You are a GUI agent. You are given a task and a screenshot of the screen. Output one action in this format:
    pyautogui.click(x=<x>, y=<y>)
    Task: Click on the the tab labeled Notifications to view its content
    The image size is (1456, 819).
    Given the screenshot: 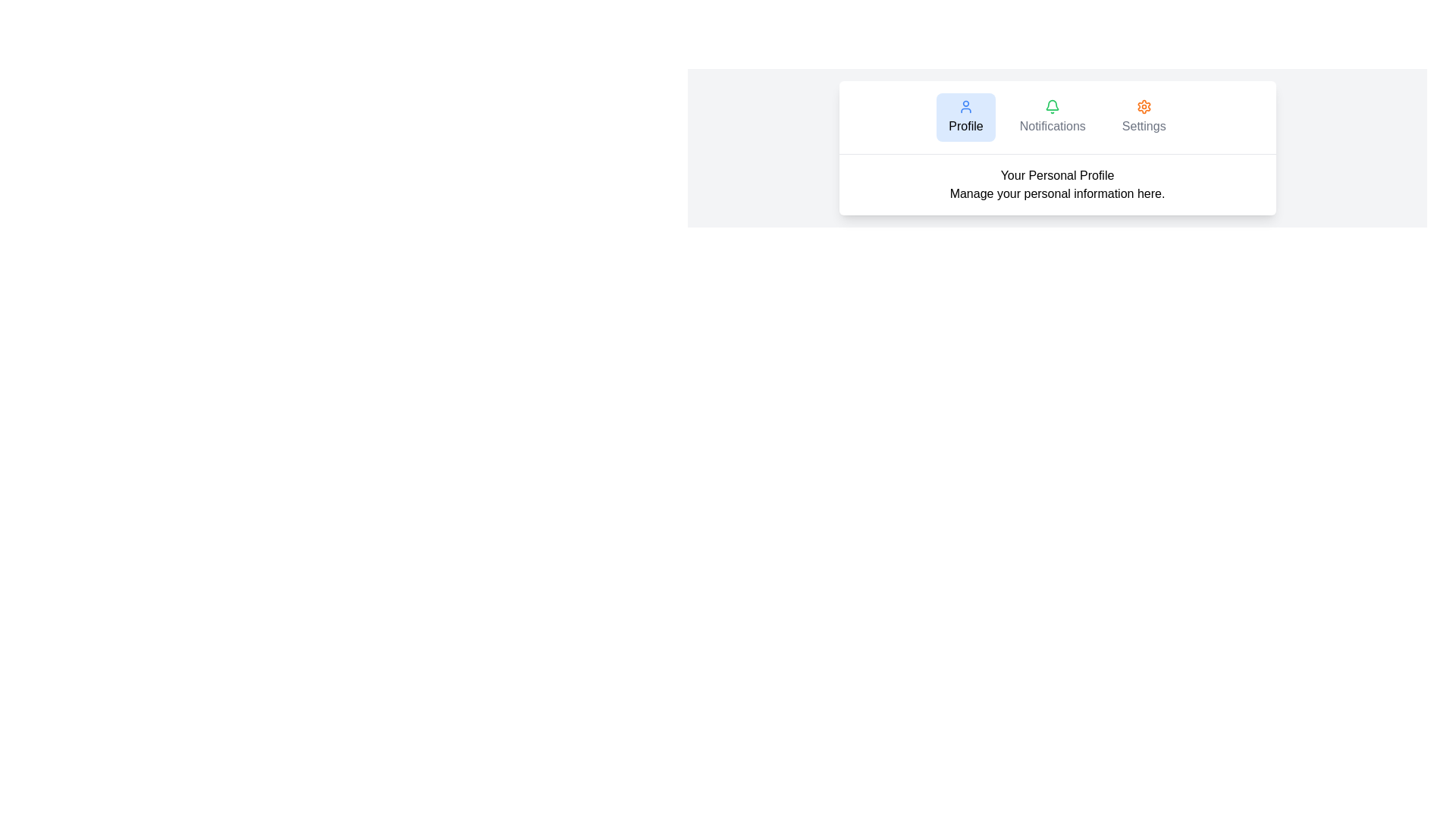 What is the action you would take?
    pyautogui.click(x=1052, y=116)
    